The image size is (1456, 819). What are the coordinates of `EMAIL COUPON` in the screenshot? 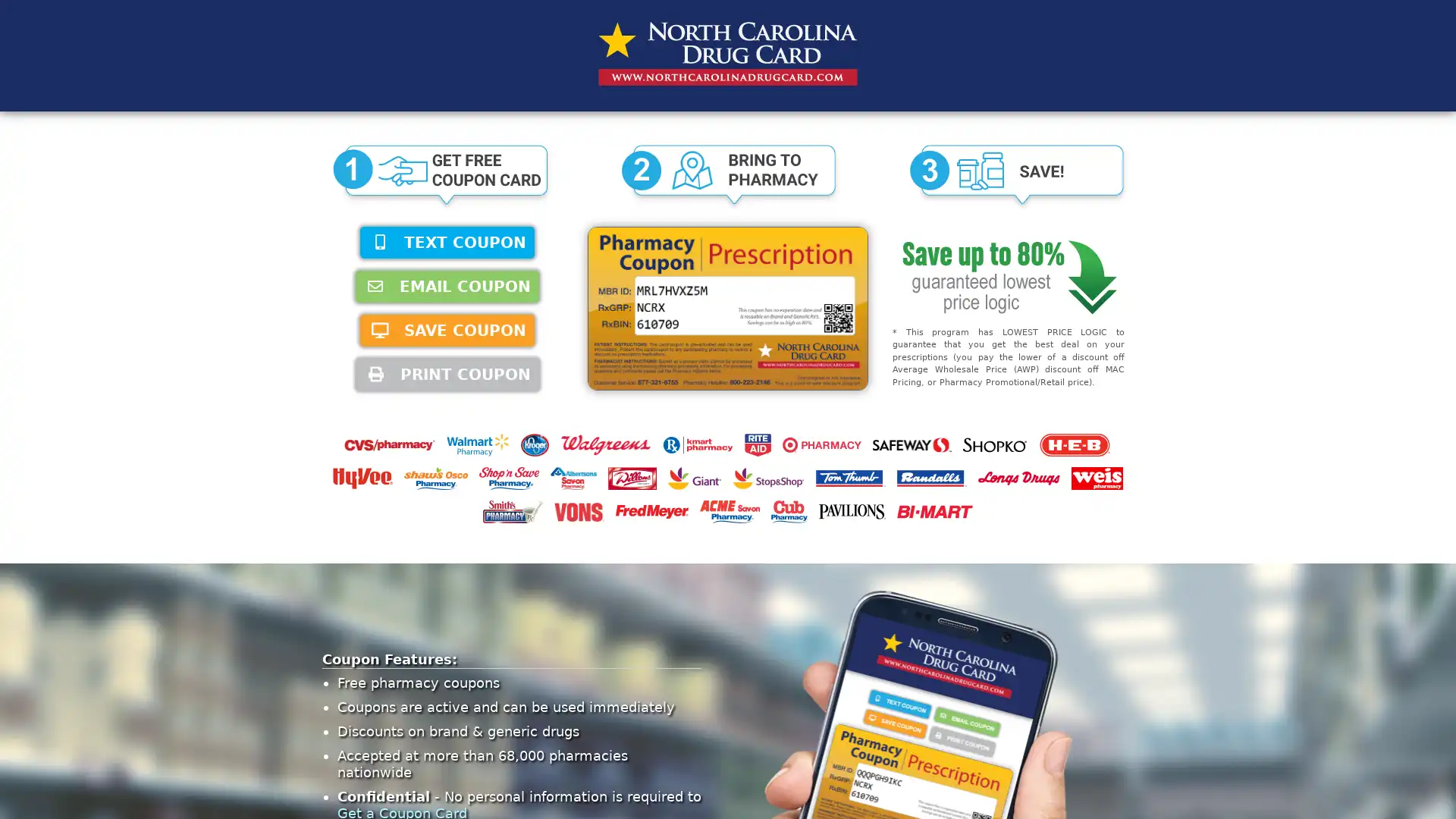 It's located at (447, 287).